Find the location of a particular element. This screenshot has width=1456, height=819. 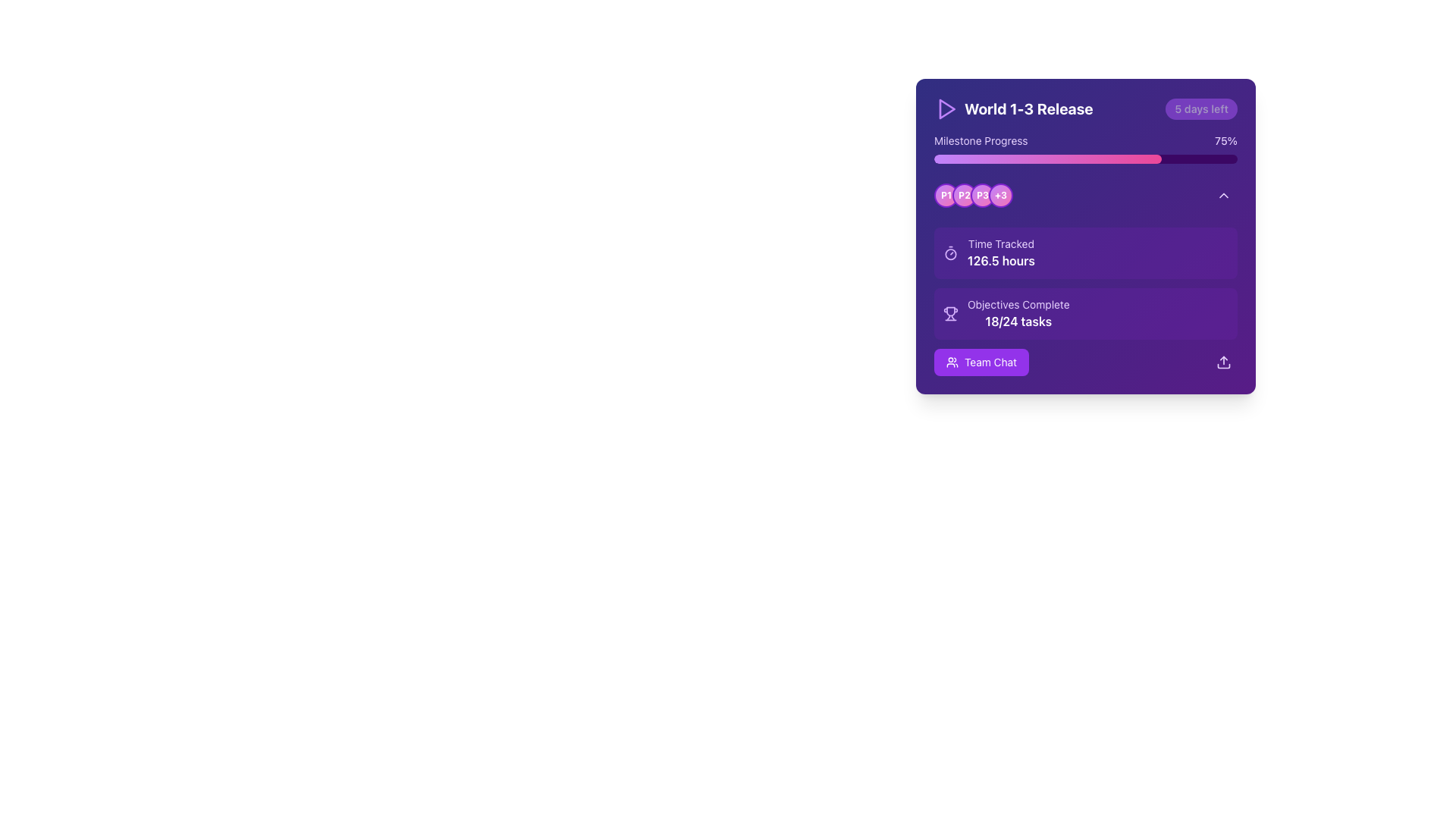

the Progress bar indicating the completion percentage of a milestone, located under the header 'Milestone Progress' and to the left of the '75%' text is located at coordinates (1084, 158).